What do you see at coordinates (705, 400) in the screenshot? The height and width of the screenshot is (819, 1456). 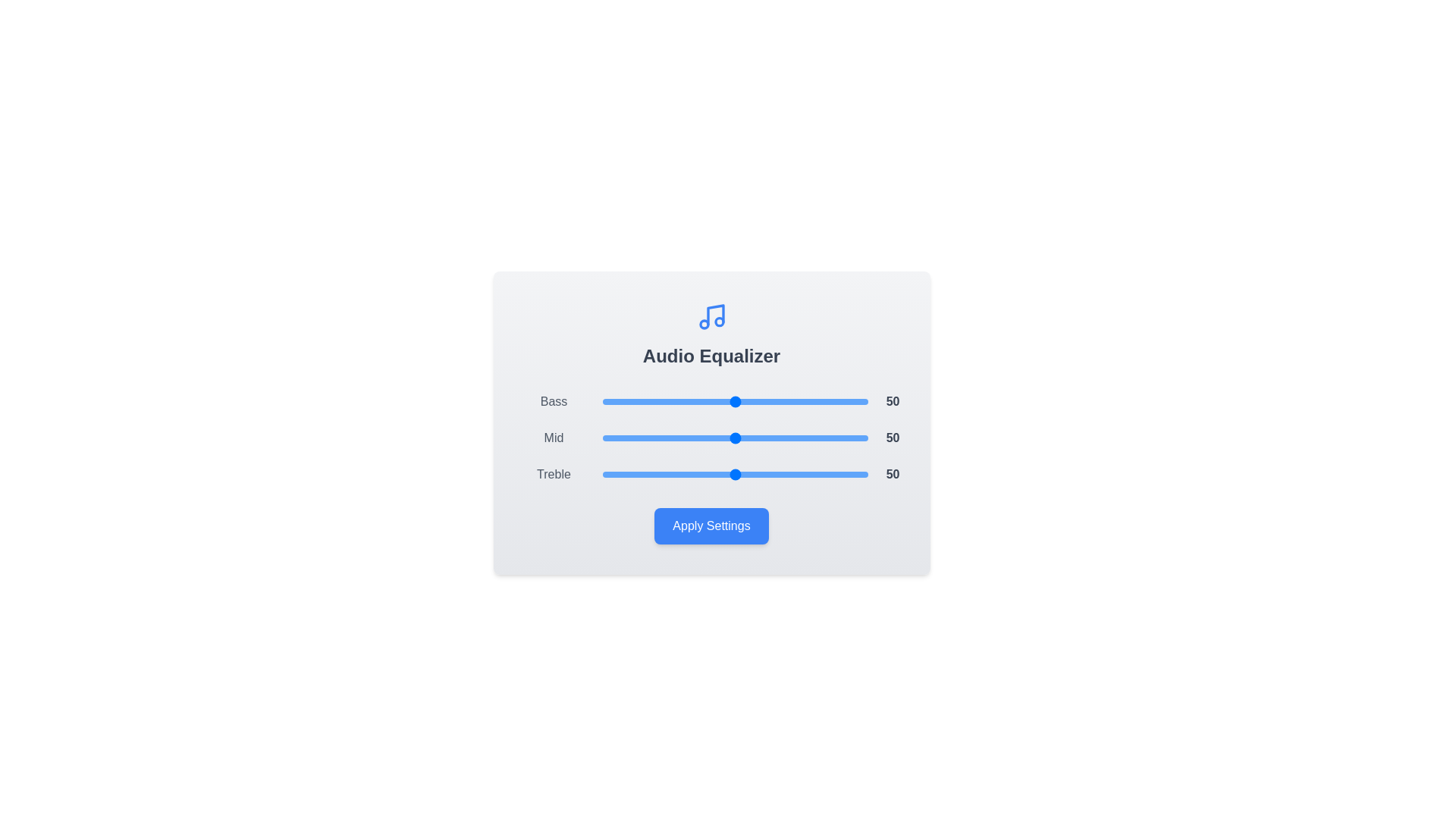 I see `the Bass slider to 39 percent` at bounding box center [705, 400].